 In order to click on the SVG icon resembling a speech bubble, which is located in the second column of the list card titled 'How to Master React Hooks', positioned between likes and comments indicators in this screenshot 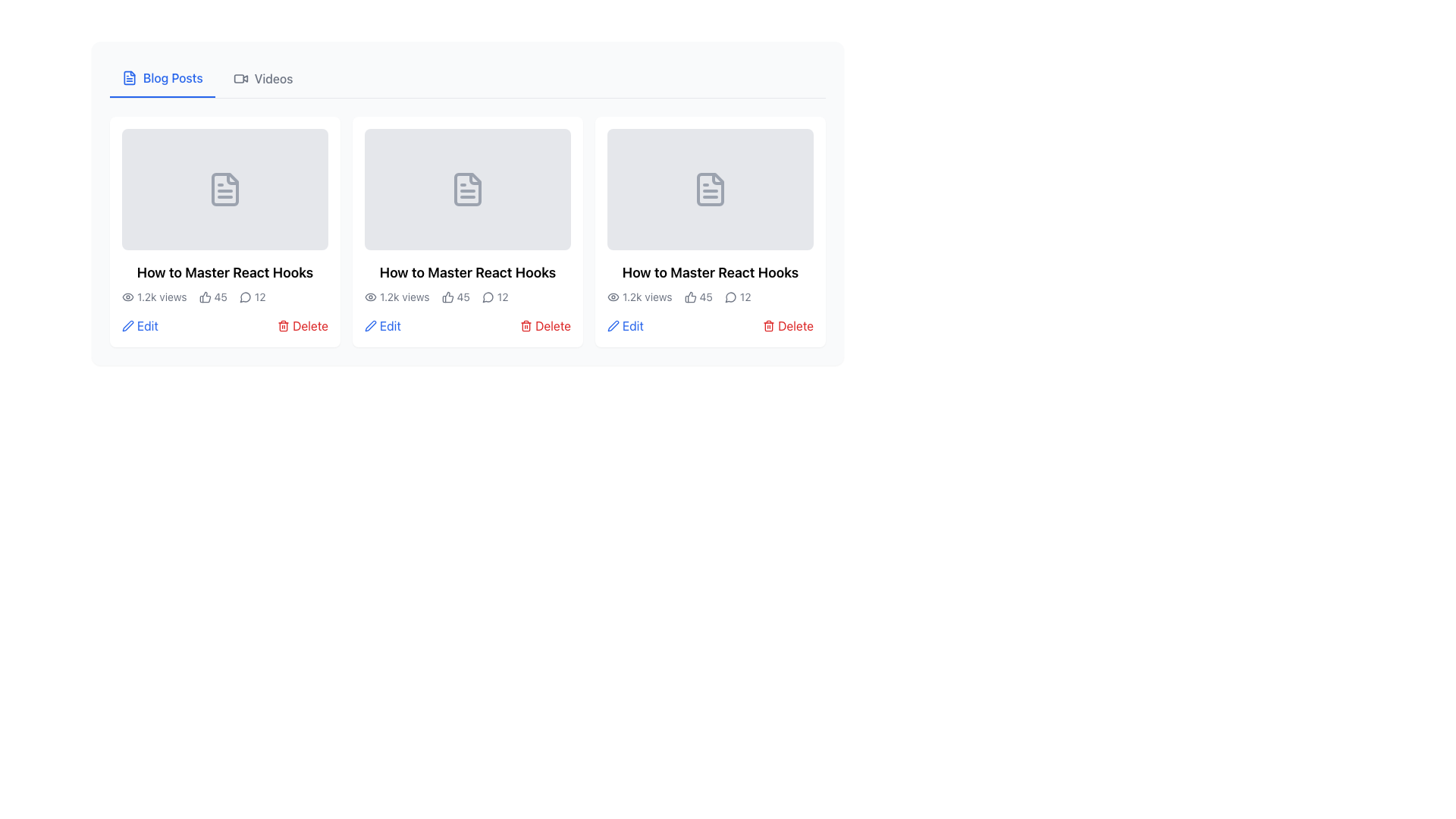, I will do `click(488, 297)`.